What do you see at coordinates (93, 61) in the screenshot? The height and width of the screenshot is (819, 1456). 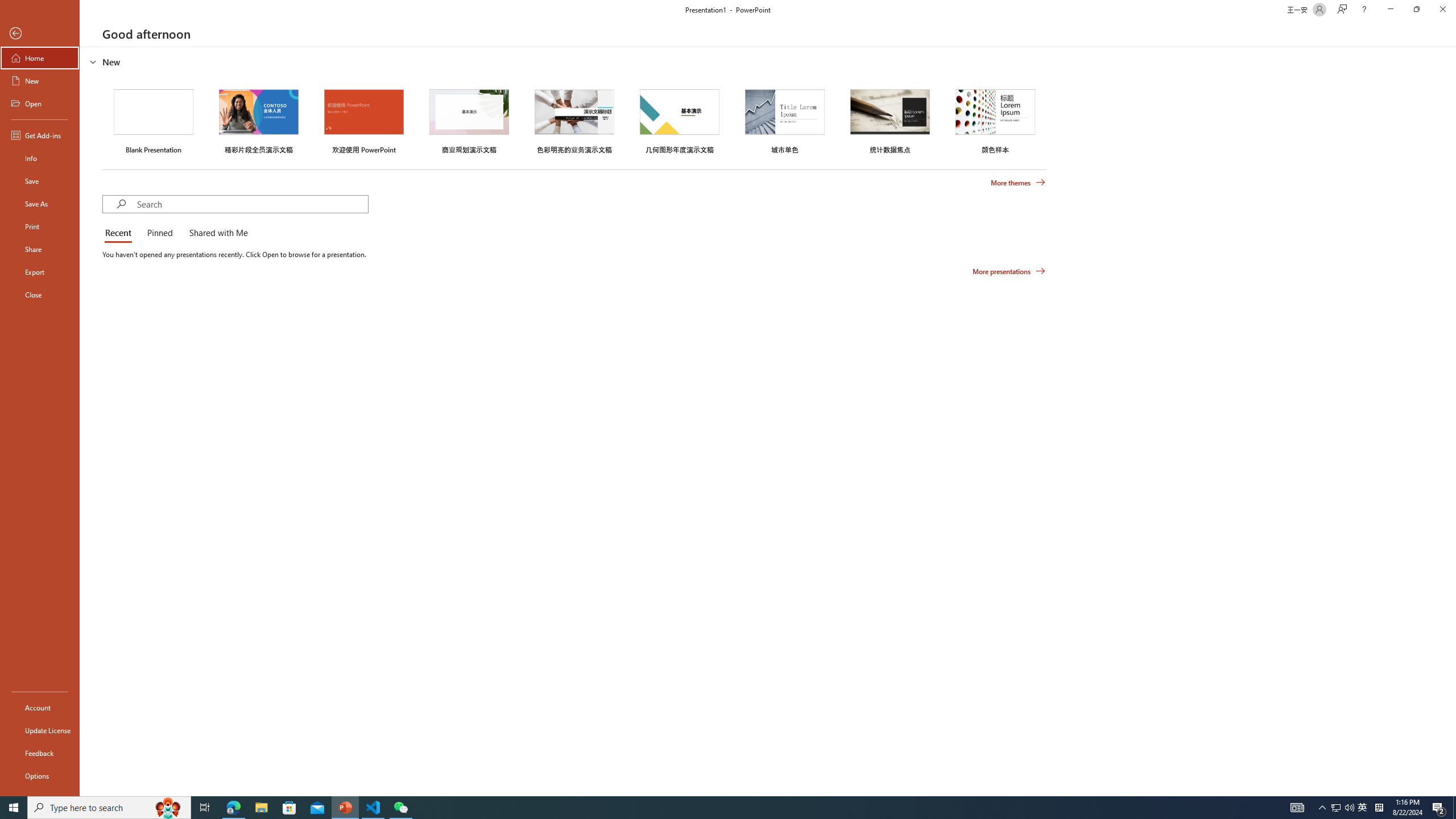 I see `'Hide or show region'` at bounding box center [93, 61].